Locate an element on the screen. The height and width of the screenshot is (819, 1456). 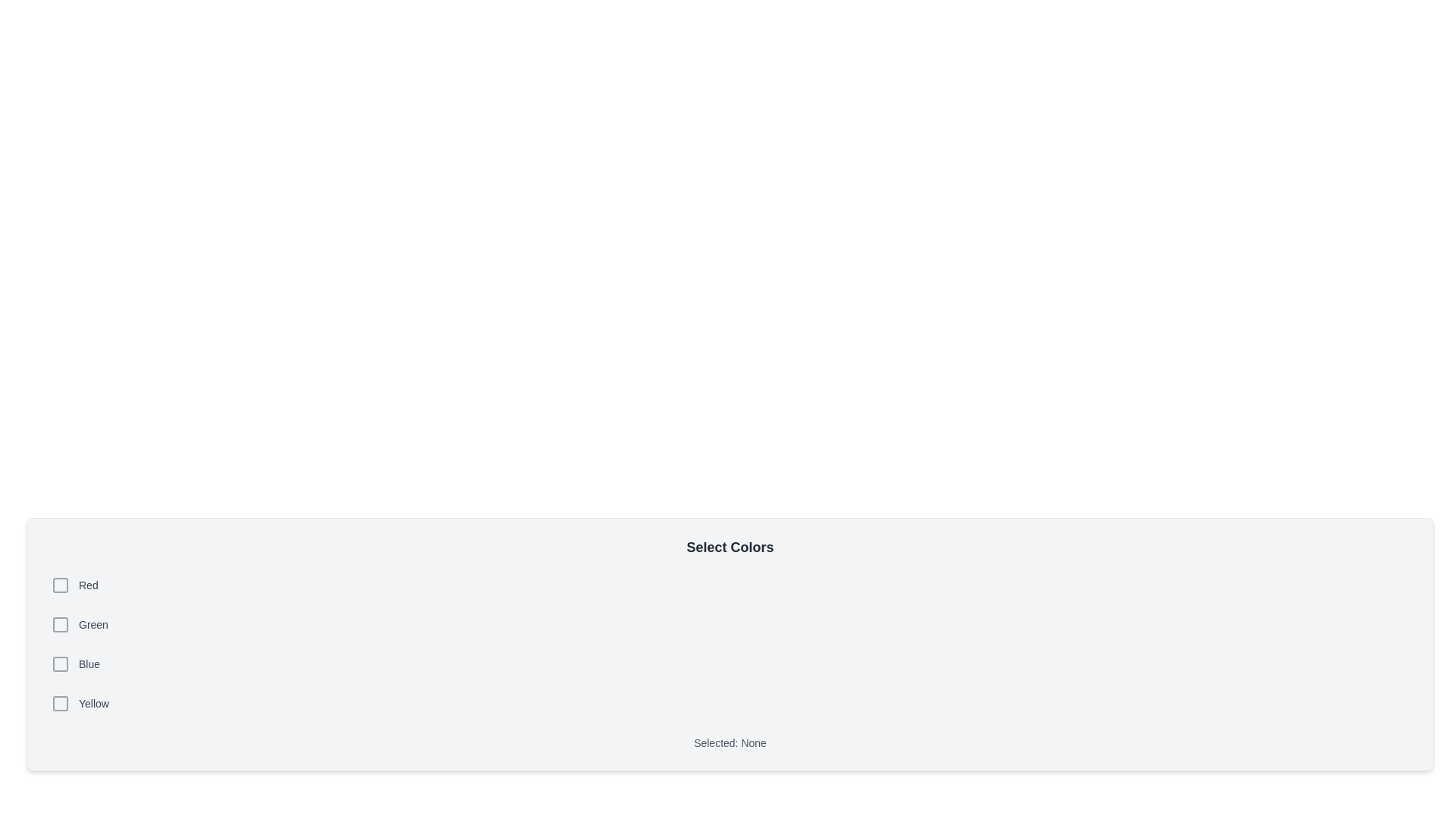
the graphical checkbox icon located before the text 'Blue' is located at coordinates (61, 663).